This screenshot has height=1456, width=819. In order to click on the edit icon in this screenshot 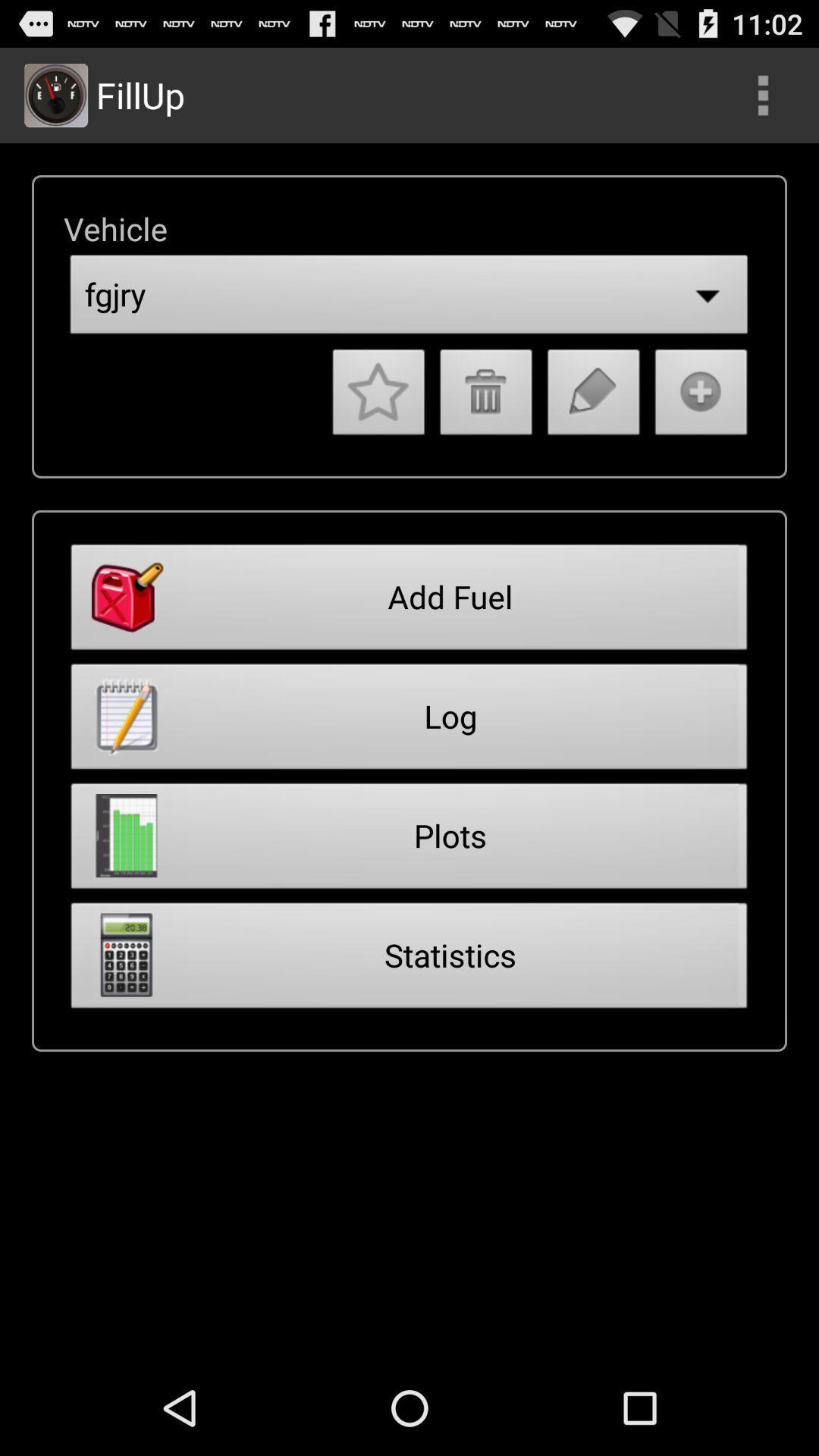, I will do `click(593, 424)`.